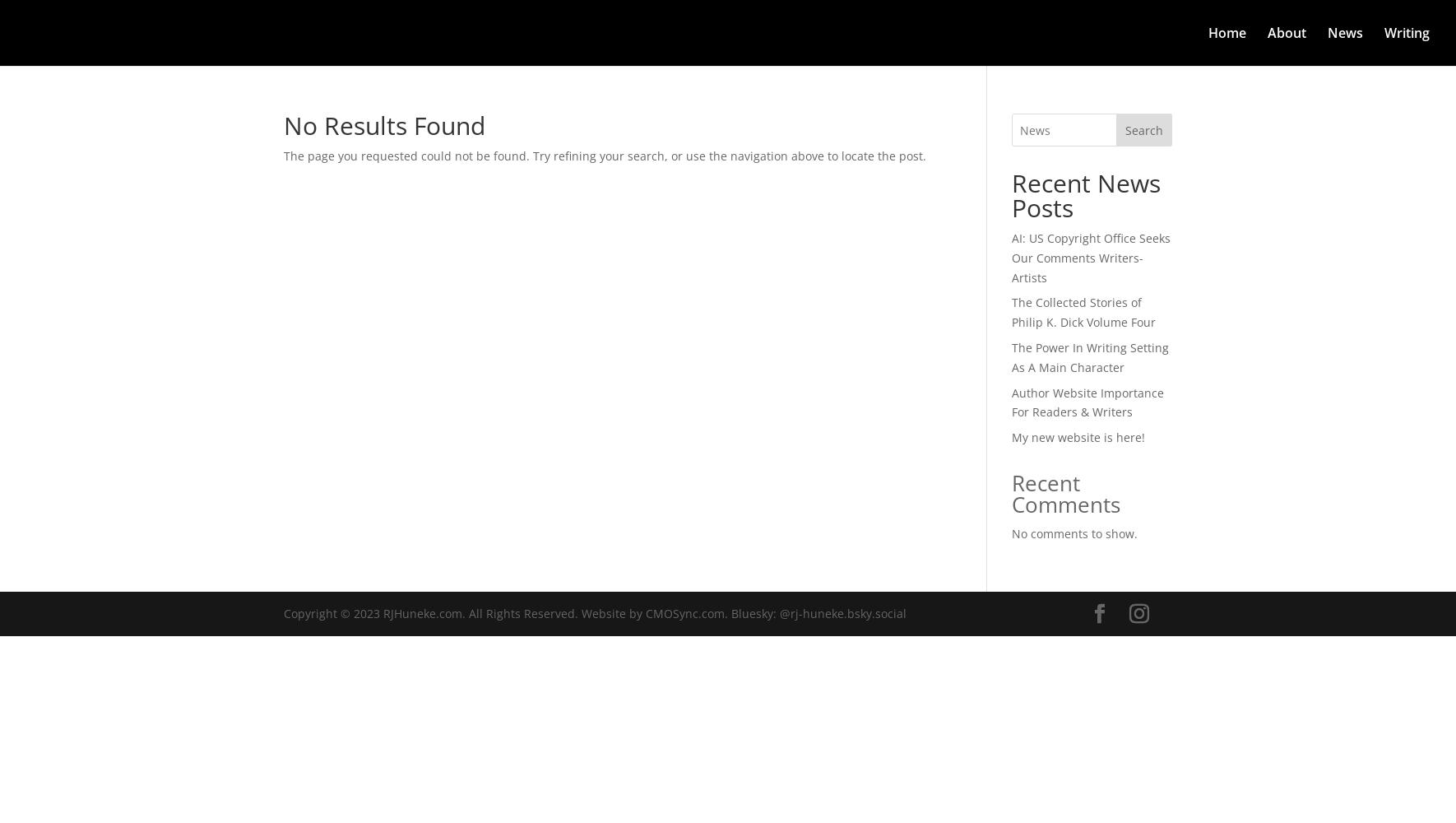 This screenshot has width=1456, height=823. I want to click on 'My new website is here!', so click(1076, 437).